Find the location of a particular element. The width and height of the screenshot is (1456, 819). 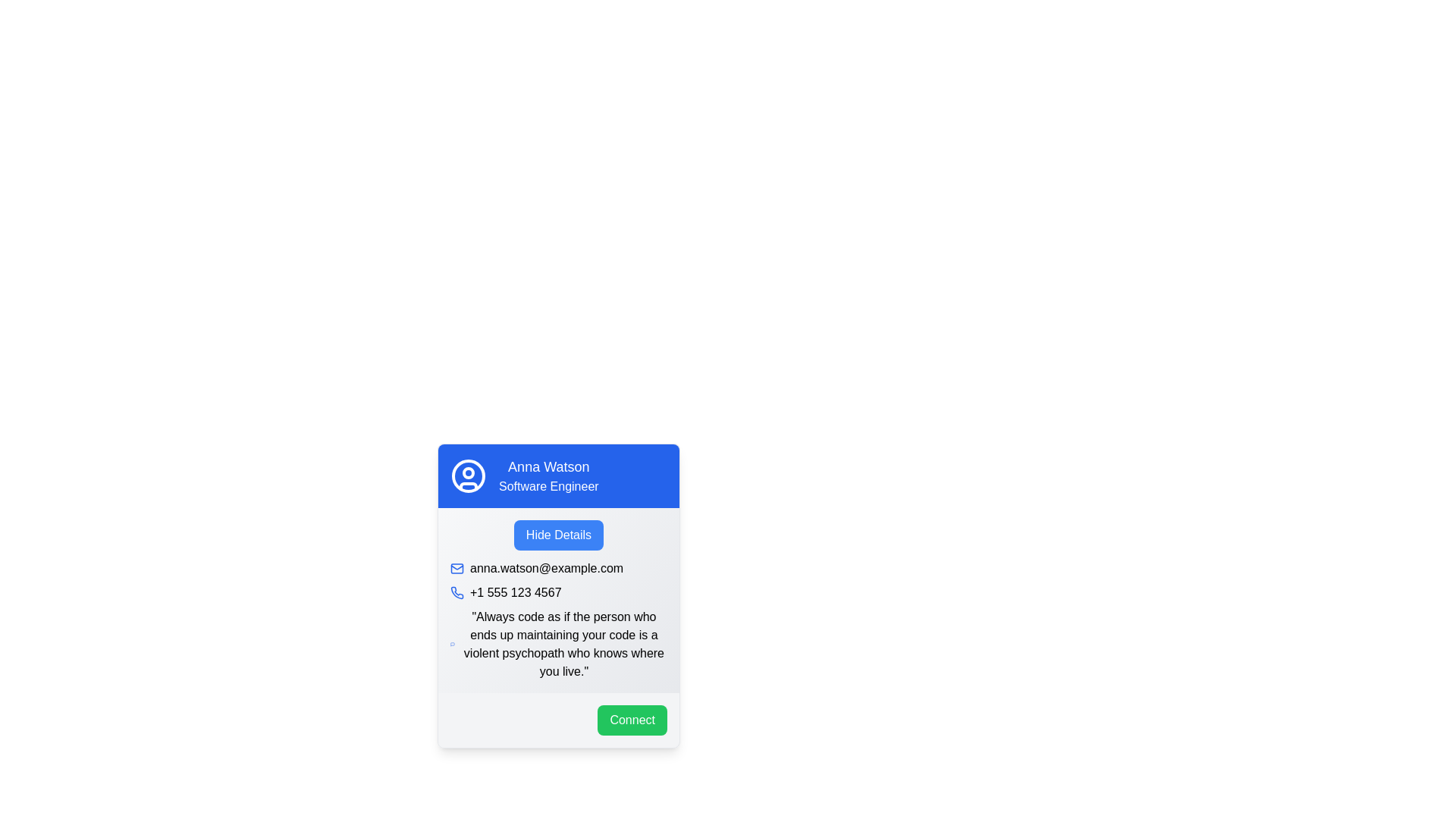

the phone number '+1 555 123 4567' displayed in the contact information section is located at coordinates (558, 592).